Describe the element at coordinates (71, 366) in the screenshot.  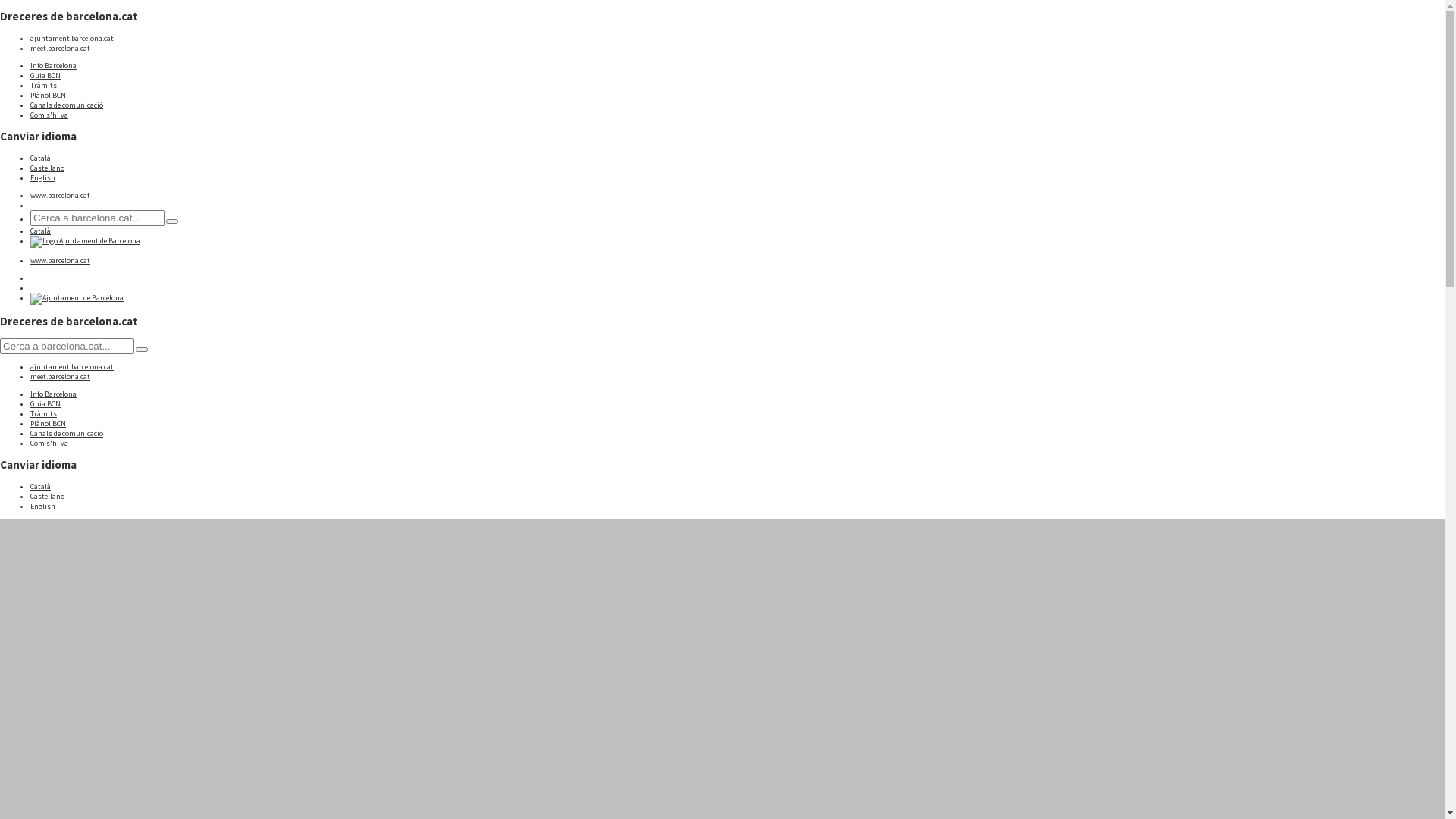
I see `'ajuntament.barcelona.cat'` at that location.